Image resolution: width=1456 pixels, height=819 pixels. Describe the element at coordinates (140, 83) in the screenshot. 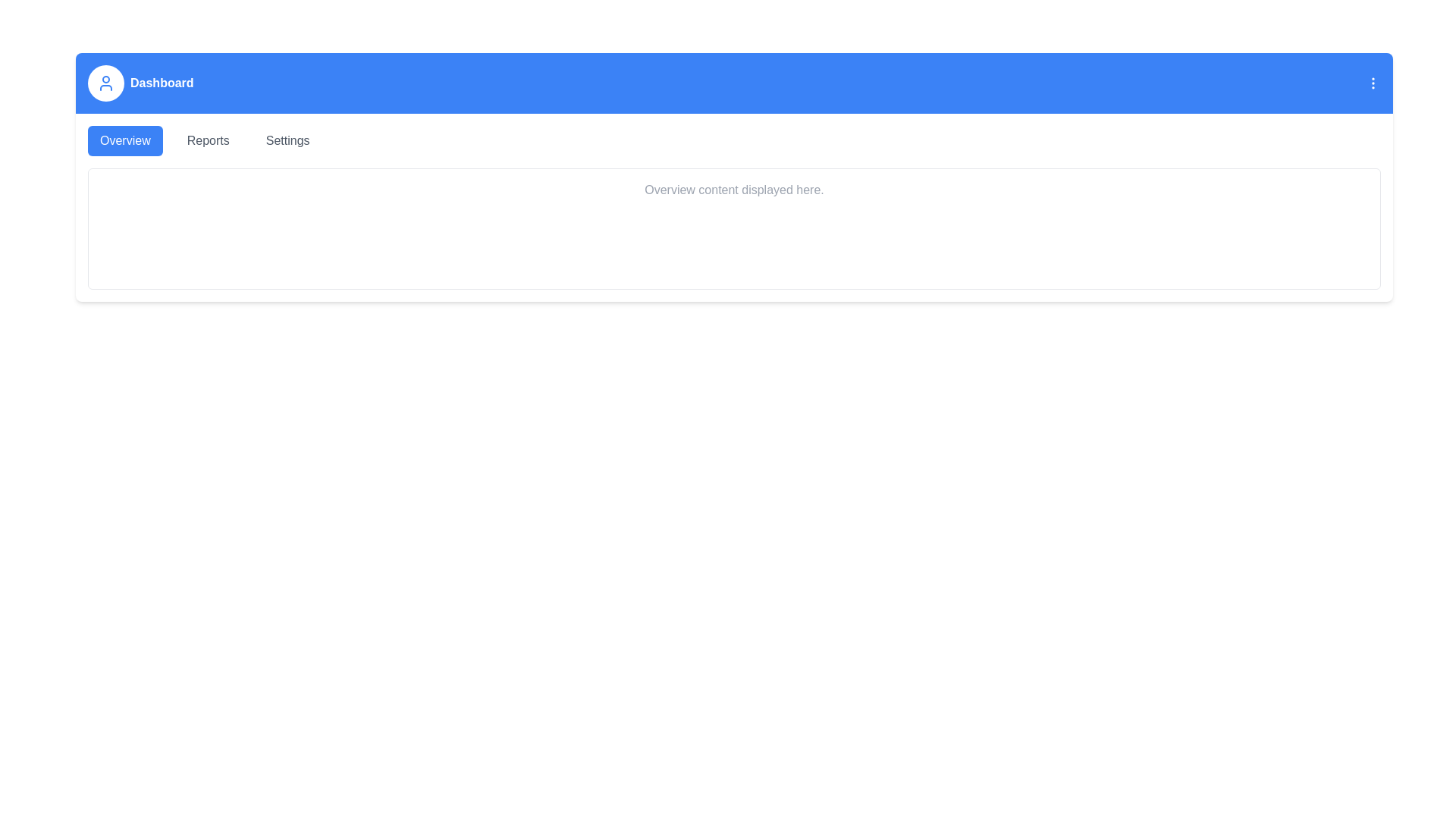

I see `the 'Dashboard' text label, which is styled in bold font, white color, and located adjacent to a circular user icon in the top-left section of a blue header bar` at that location.